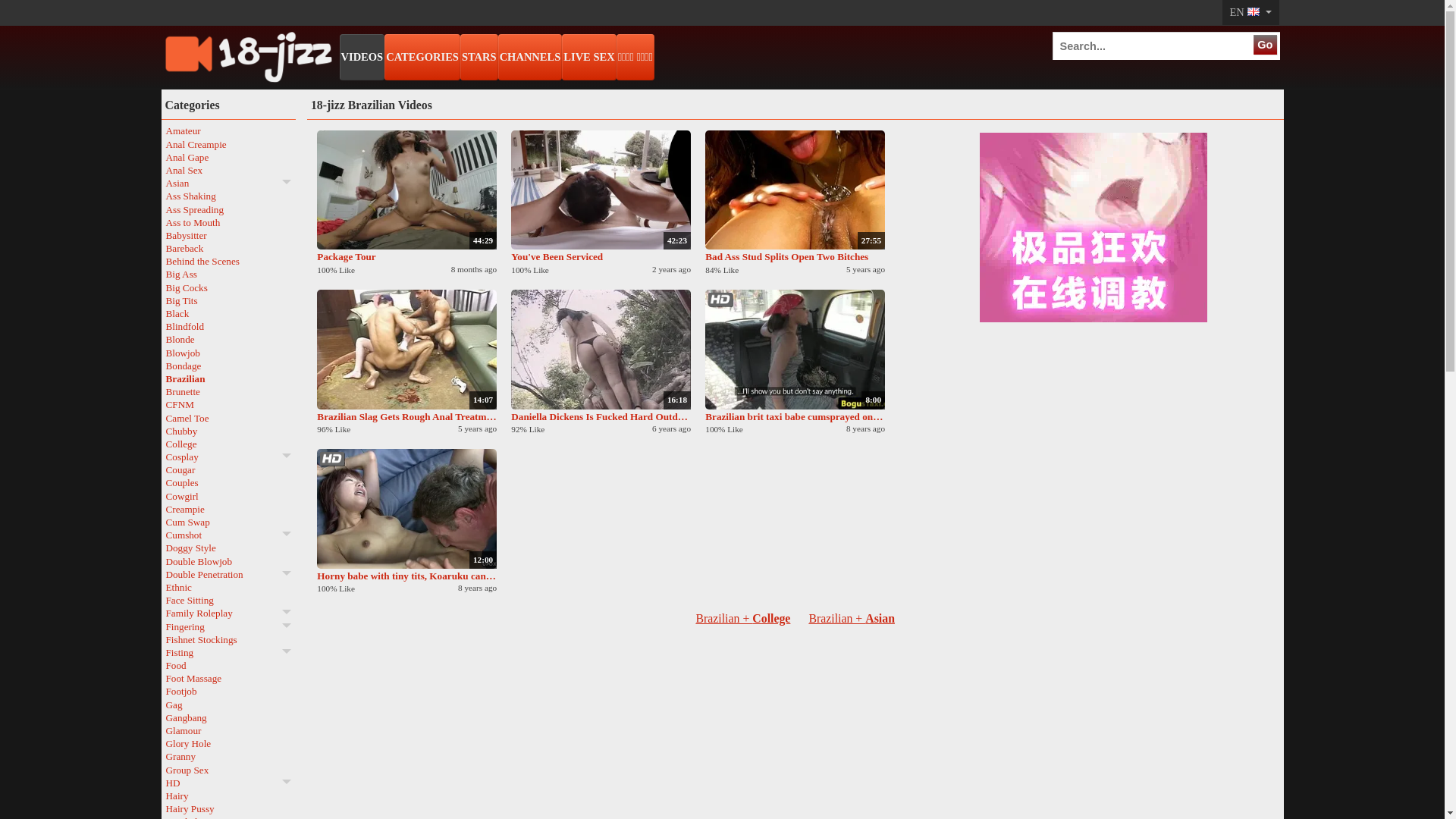 This screenshot has width=1456, height=819. Describe the element at coordinates (459, 56) in the screenshot. I see `'STARS'` at that location.